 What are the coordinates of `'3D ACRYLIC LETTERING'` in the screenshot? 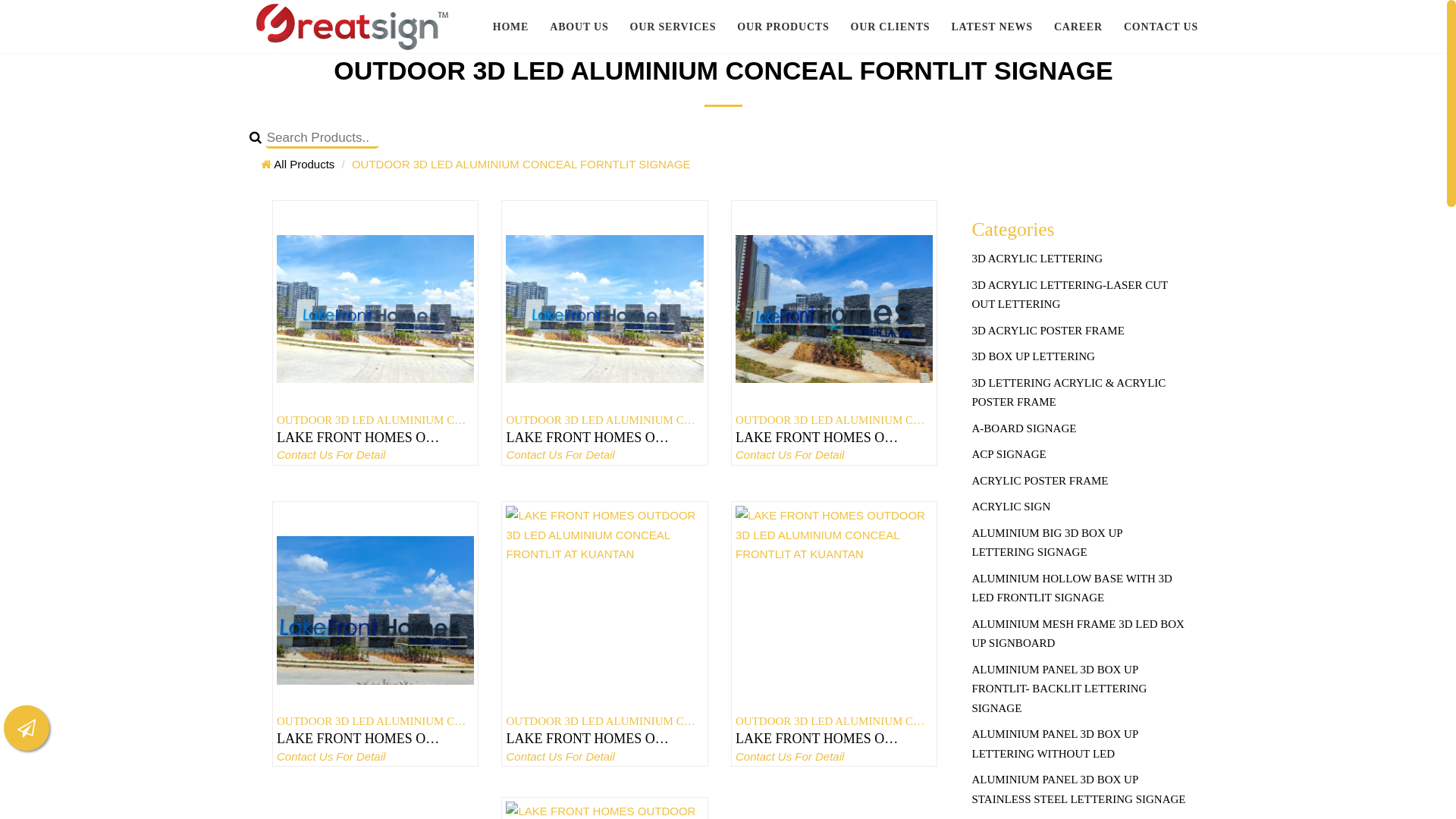 It's located at (1078, 259).